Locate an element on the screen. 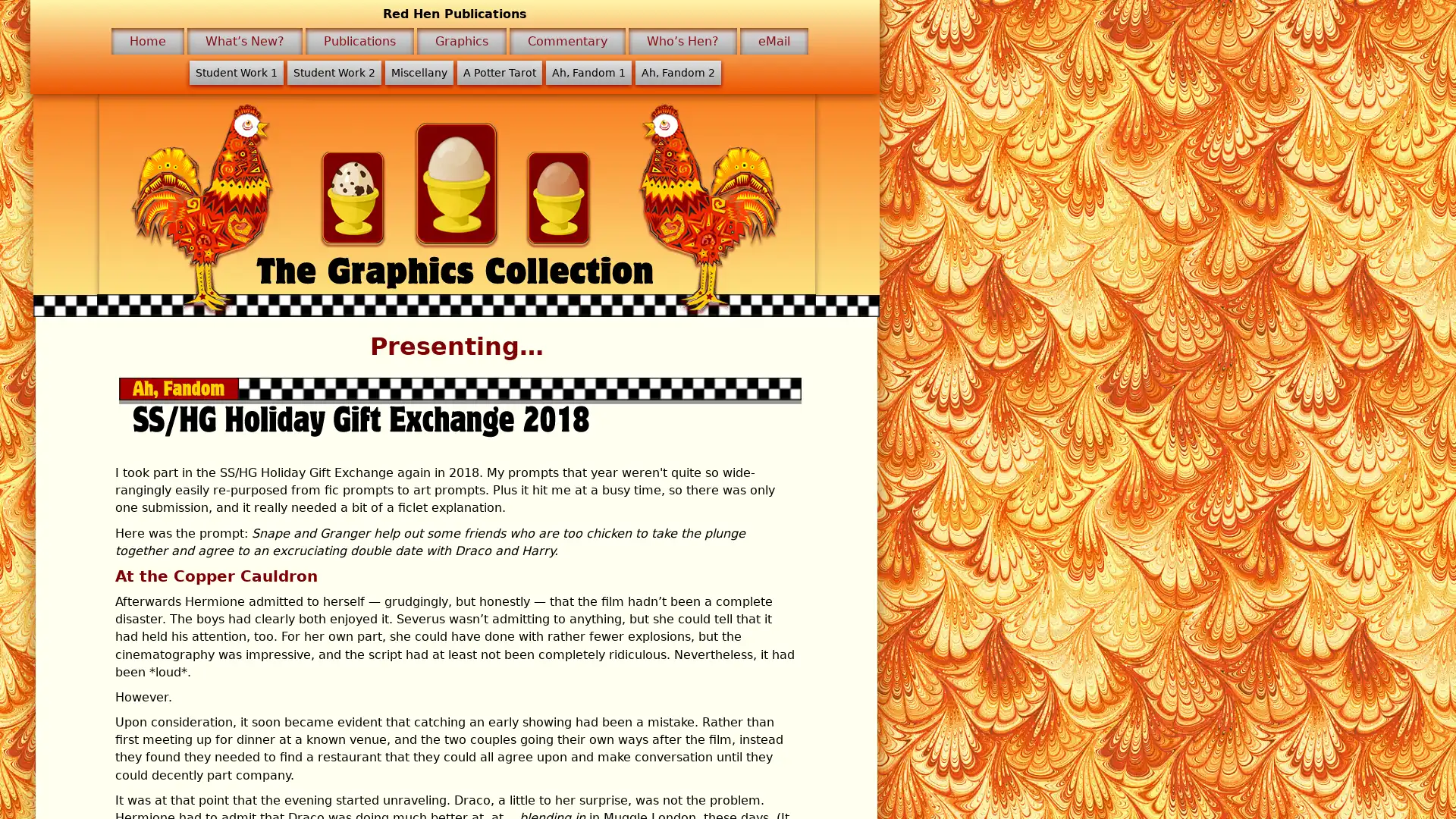  Student Work 2 is located at coordinates (333, 73).